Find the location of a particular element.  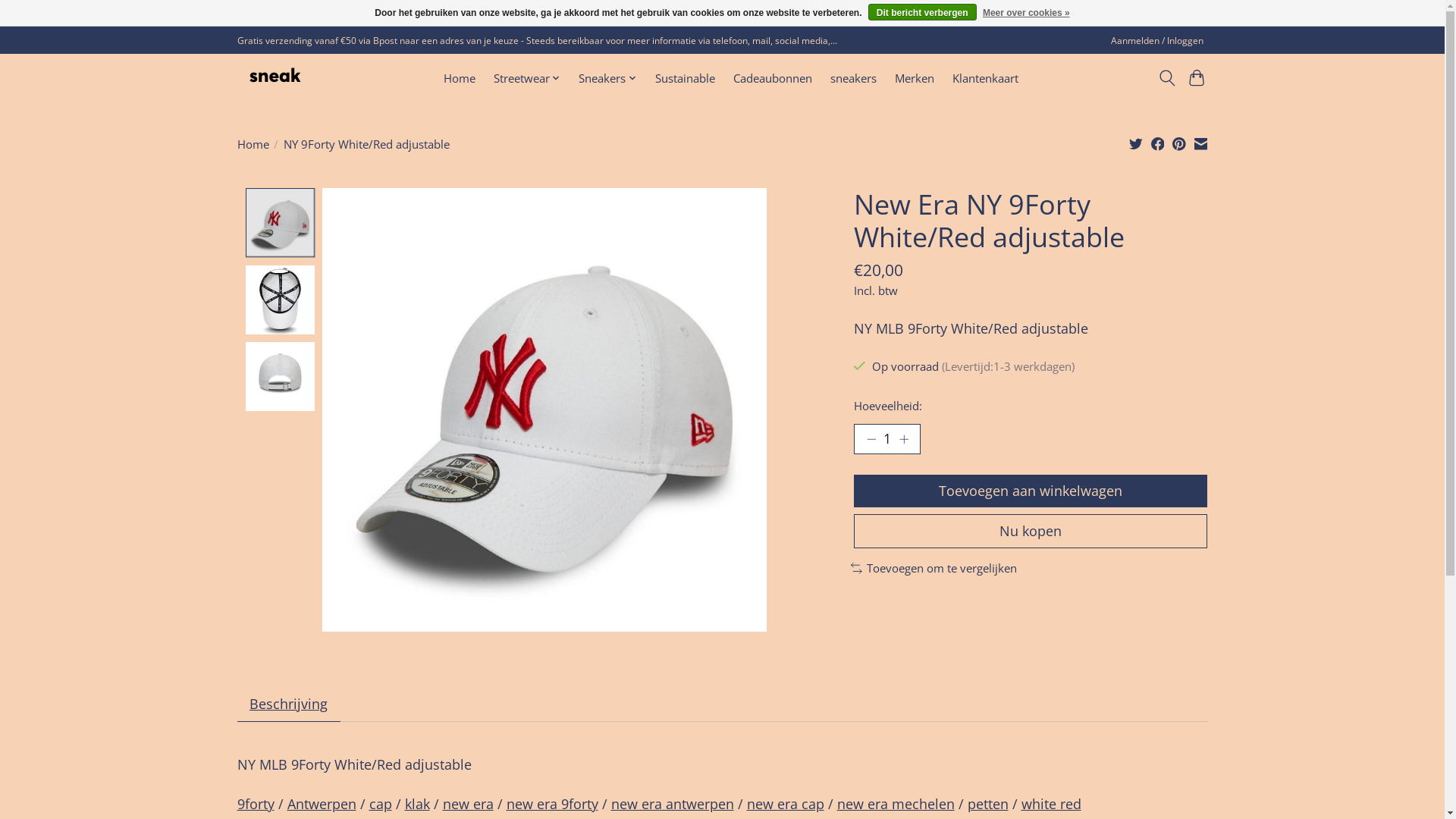

'klak' is located at coordinates (417, 803).